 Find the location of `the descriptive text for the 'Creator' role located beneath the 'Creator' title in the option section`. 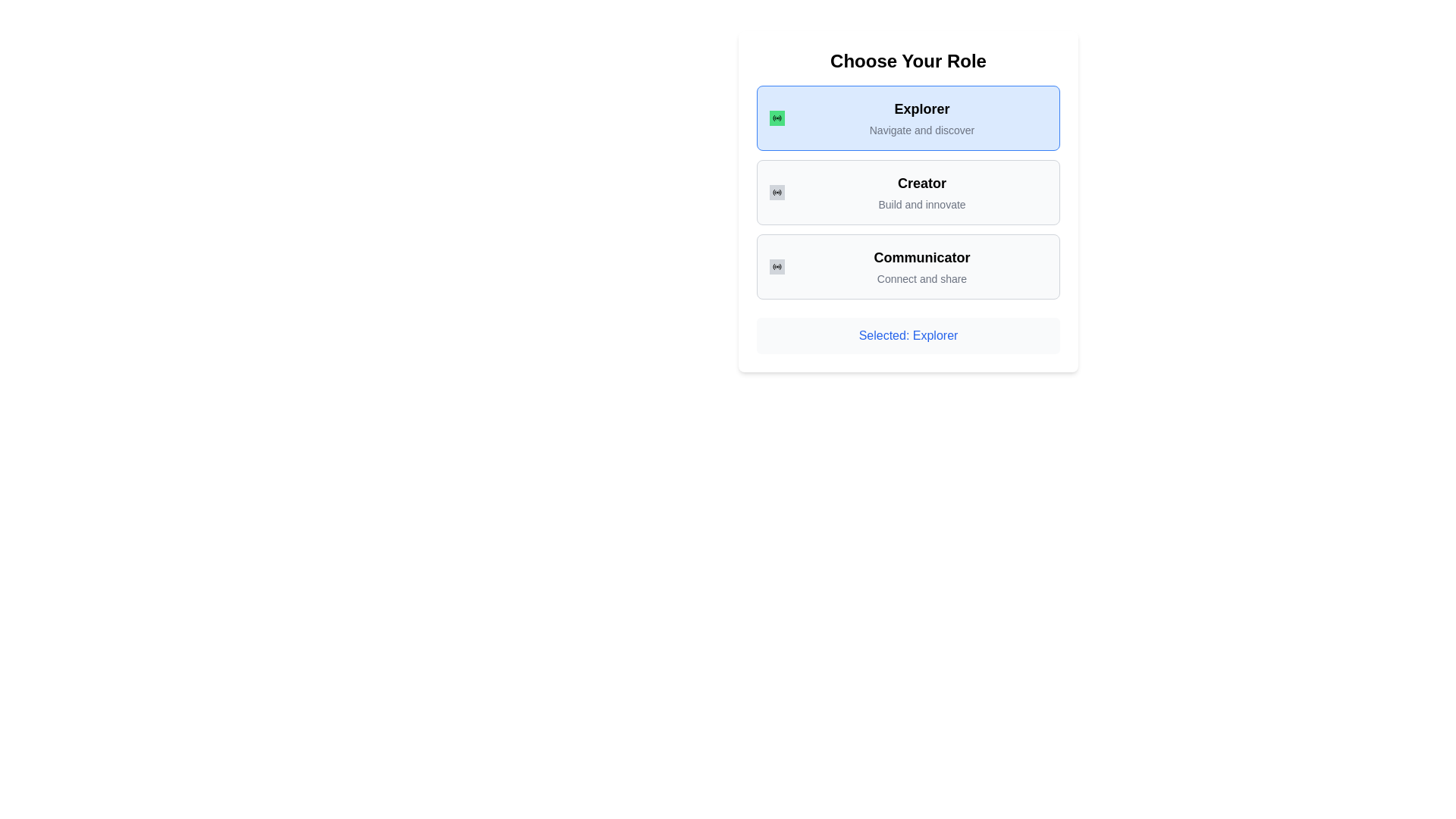

the descriptive text for the 'Creator' role located beneath the 'Creator' title in the option section is located at coordinates (921, 205).